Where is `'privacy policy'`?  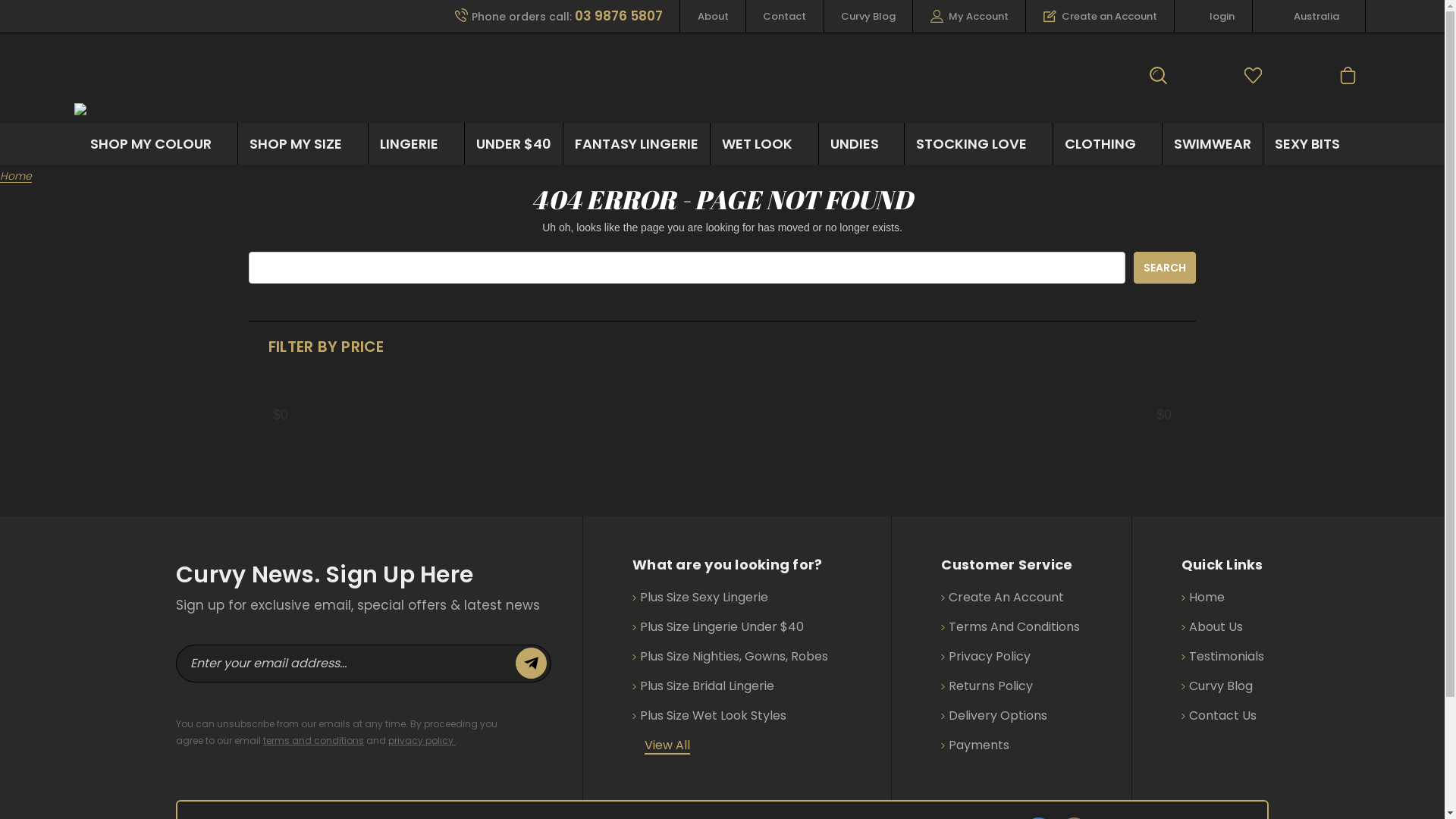
'privacy policy' is located at coordinates (422, 739).